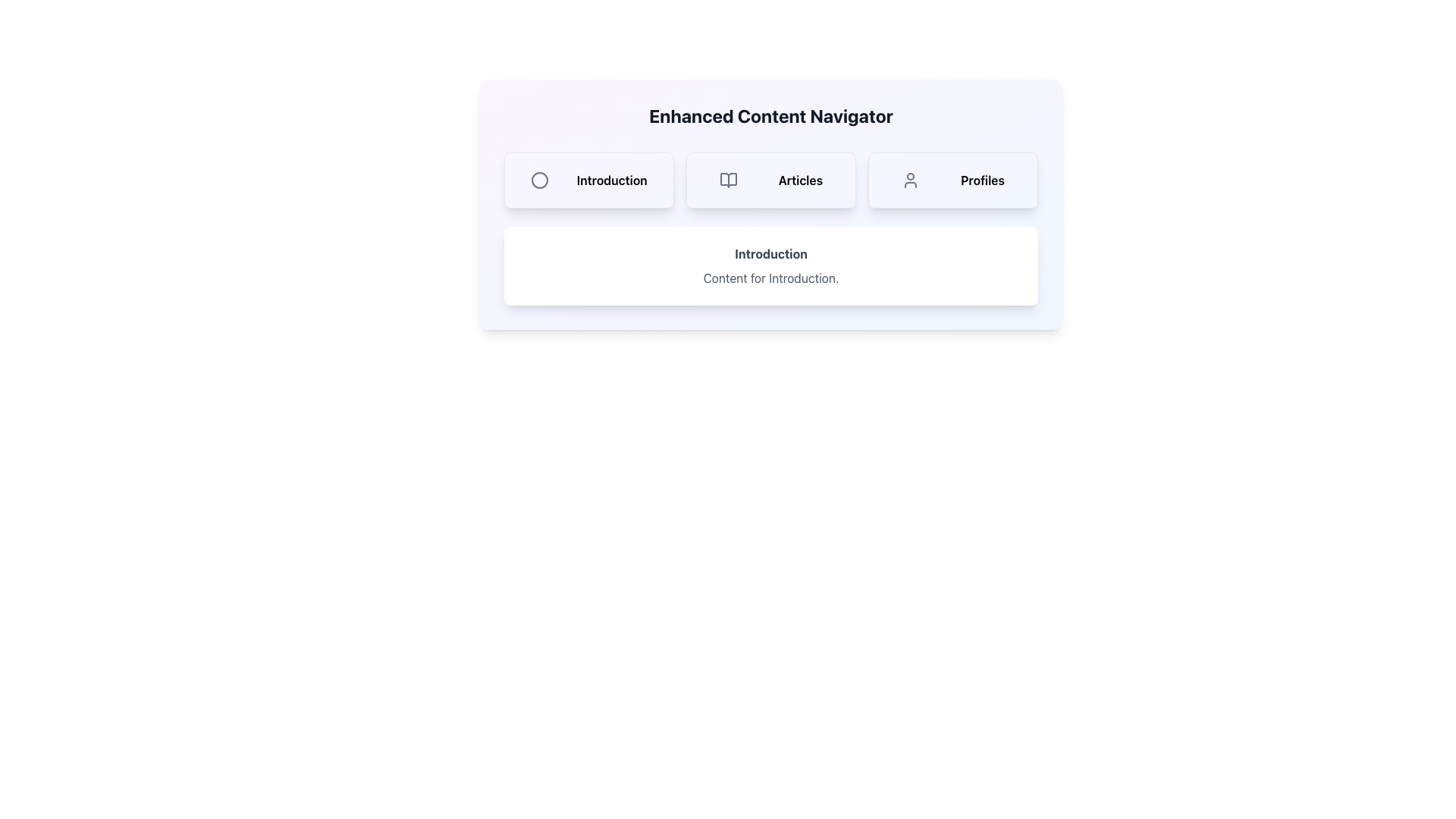 Image resolution: width=1456 pixels, height=819 pixels. What do you see at coordinates (771, 180) in the screenshot?
I see `the 'Articles' navigation panel for keyboard navigation` at bounding box center [771, 180].